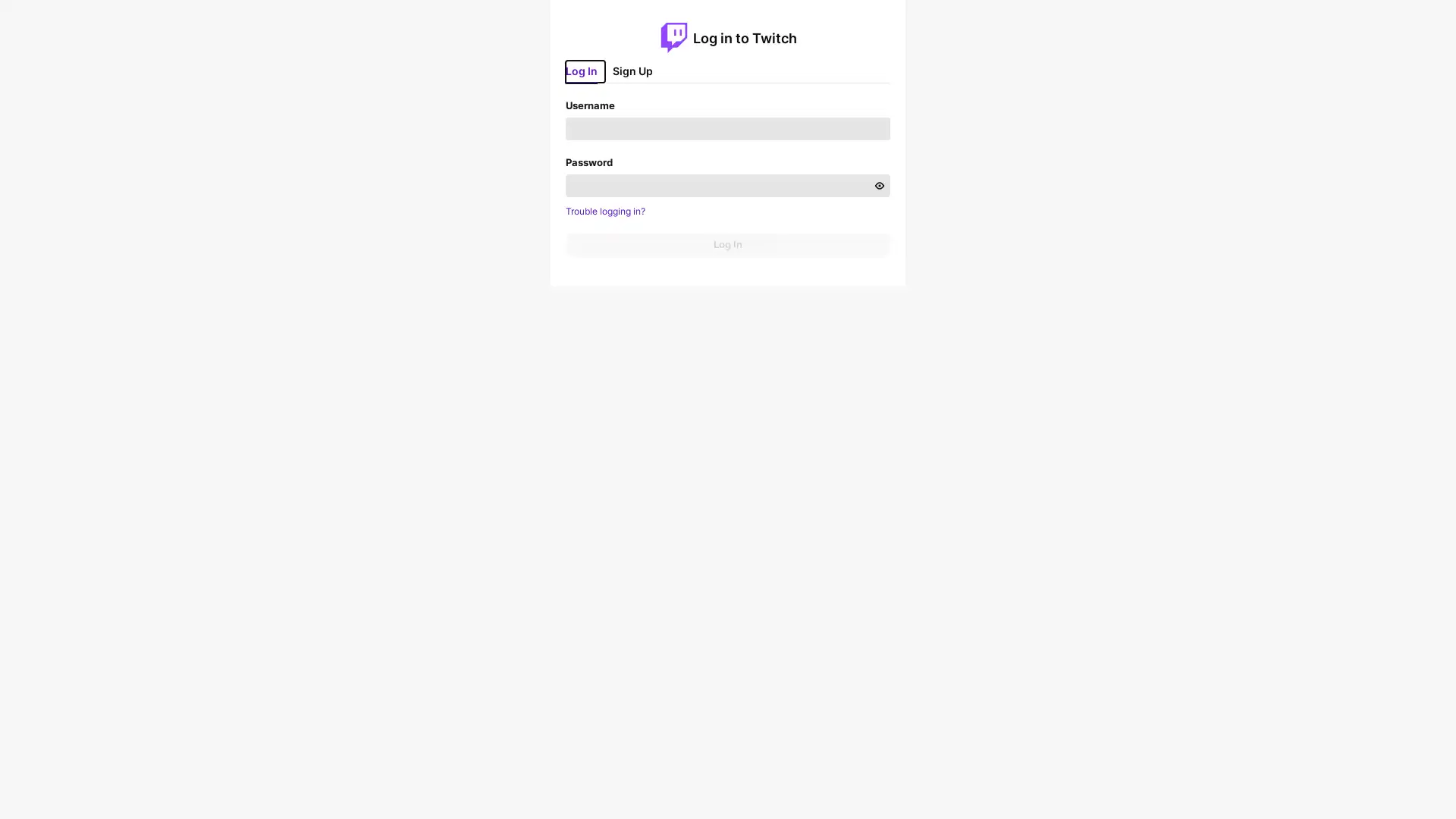  What do you see at coordinates (728, 243) in the screenshot?
I see `Log In` at bounding box center [728, 243].